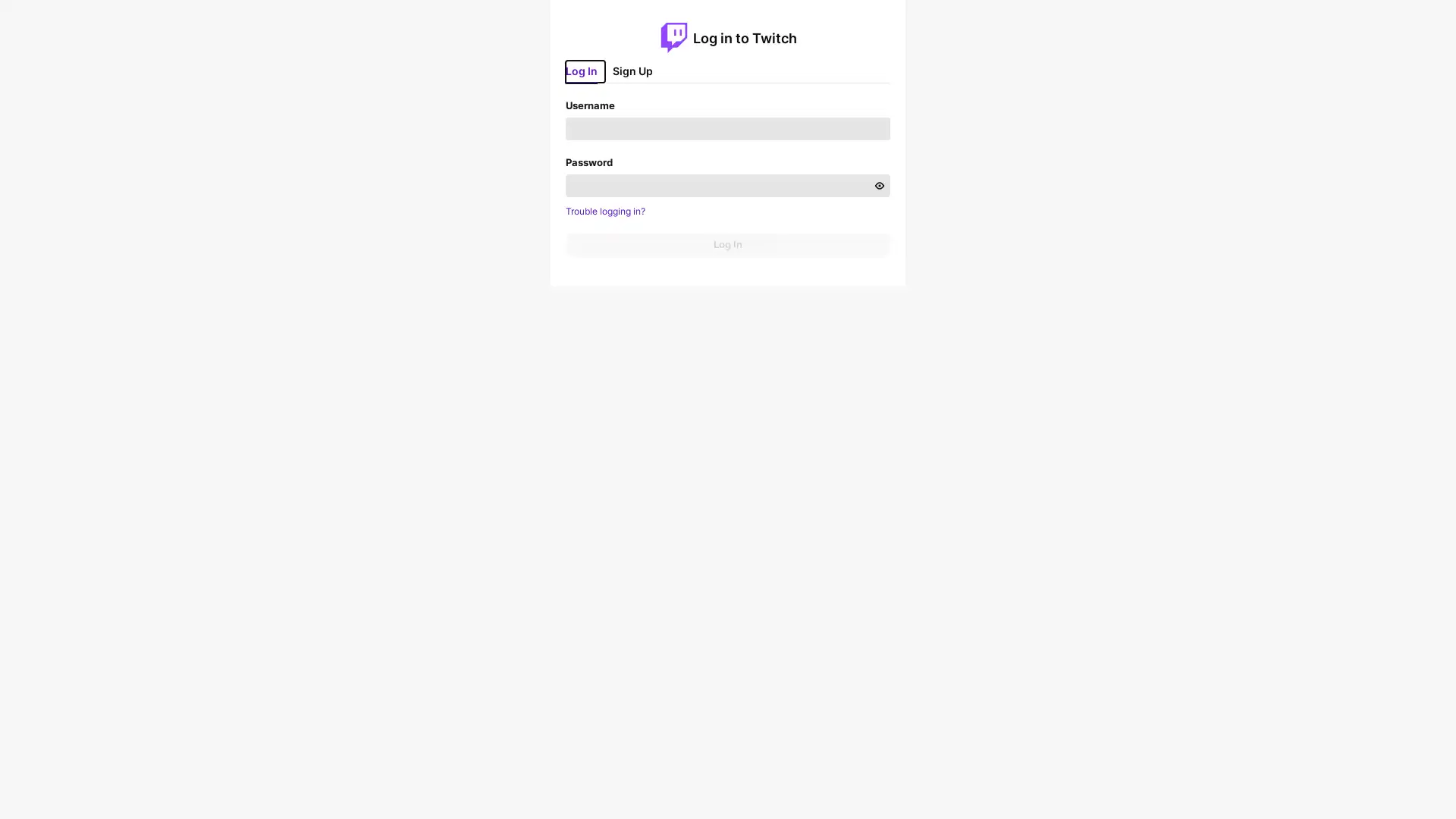  What do you see at coordinates (728, 243) in the screenshot?
I see `Log In` at bounding box center [728, 243].